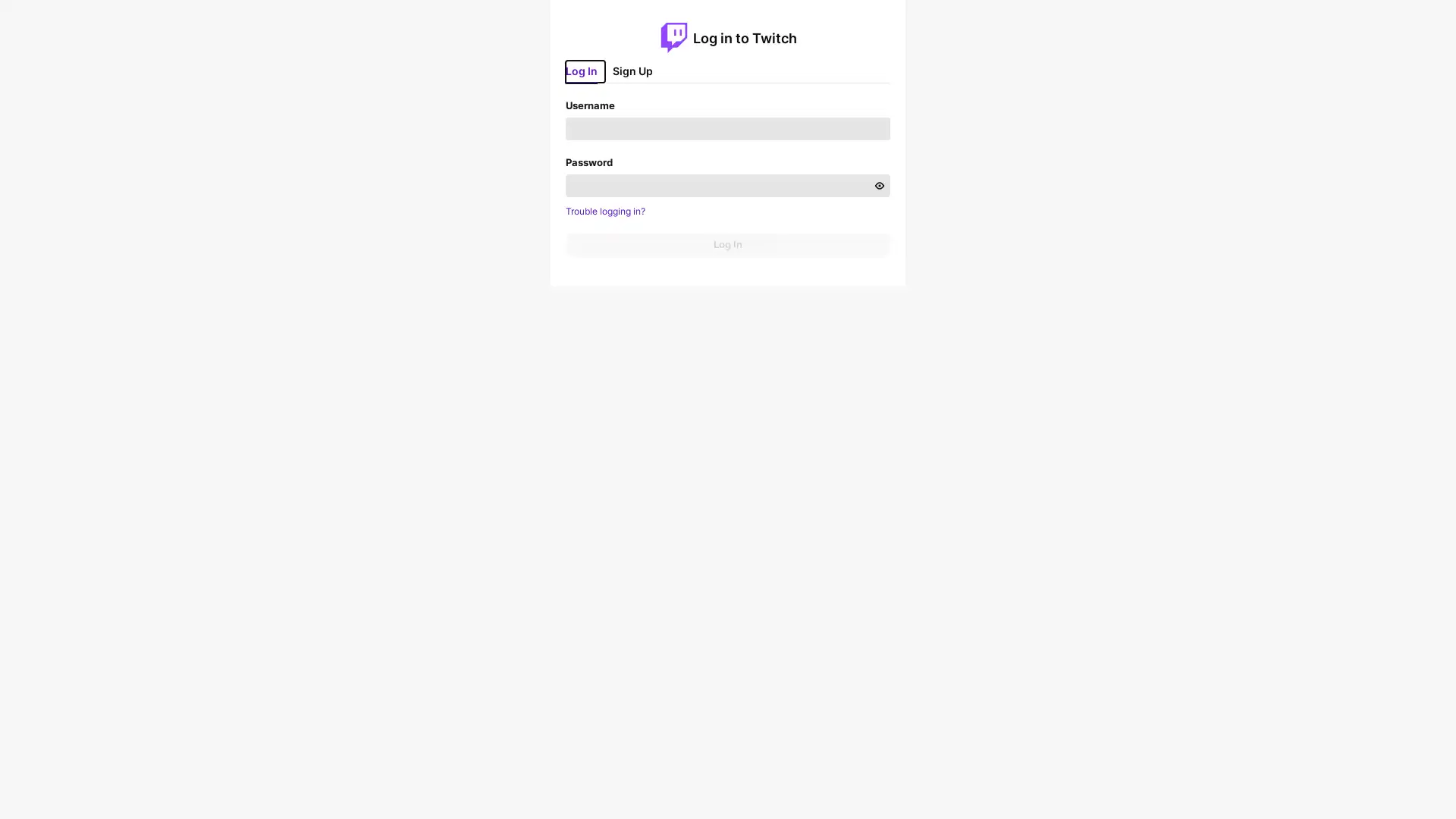  What do you see at coordinates (728, 243) in the screenshot?
I see `Log In` at bounding box center [728, 243].